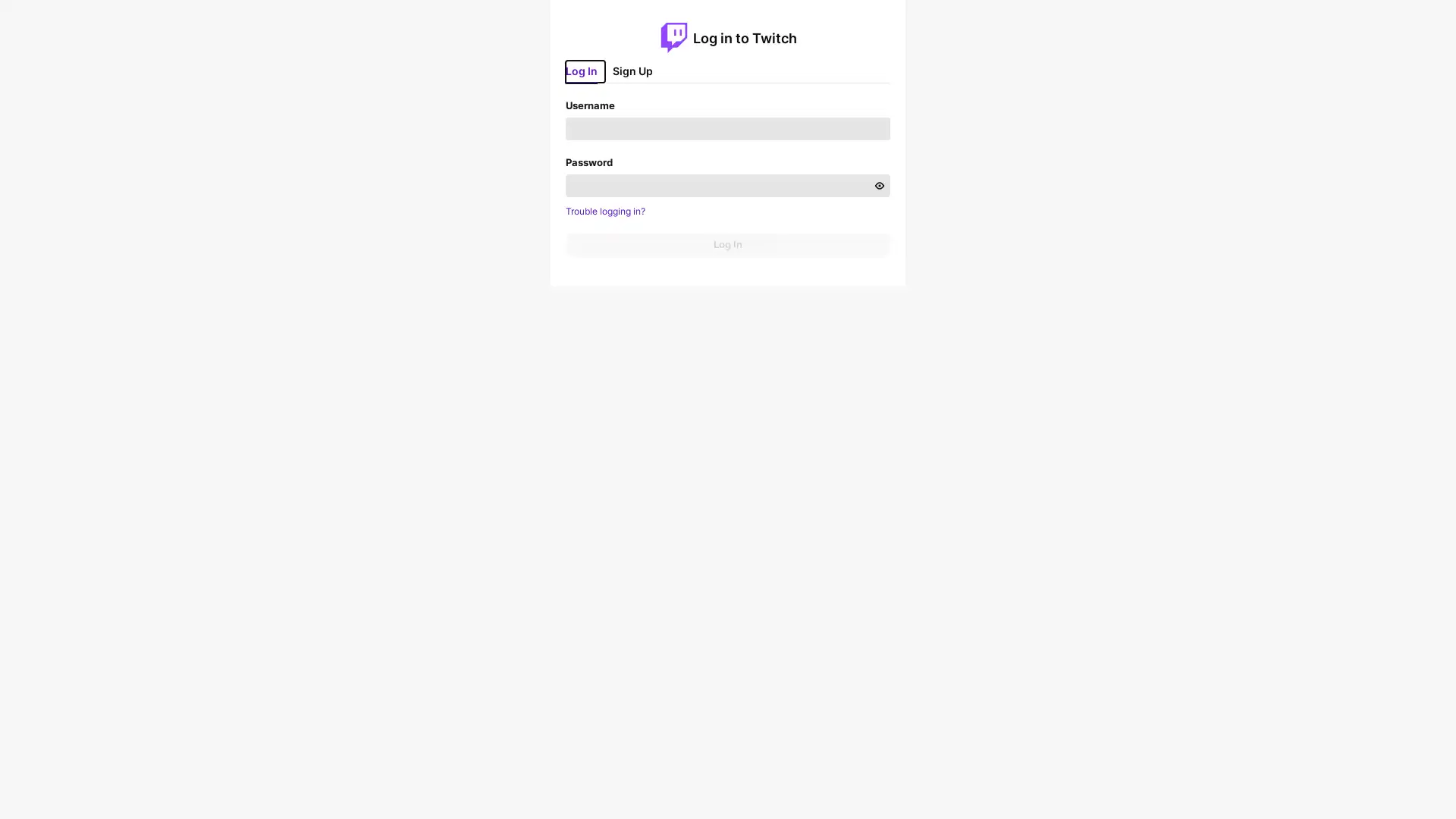  What do you see at coordinates (728, 243) in the screenshot?
I see `Log In` at bounding box center [728, 243].